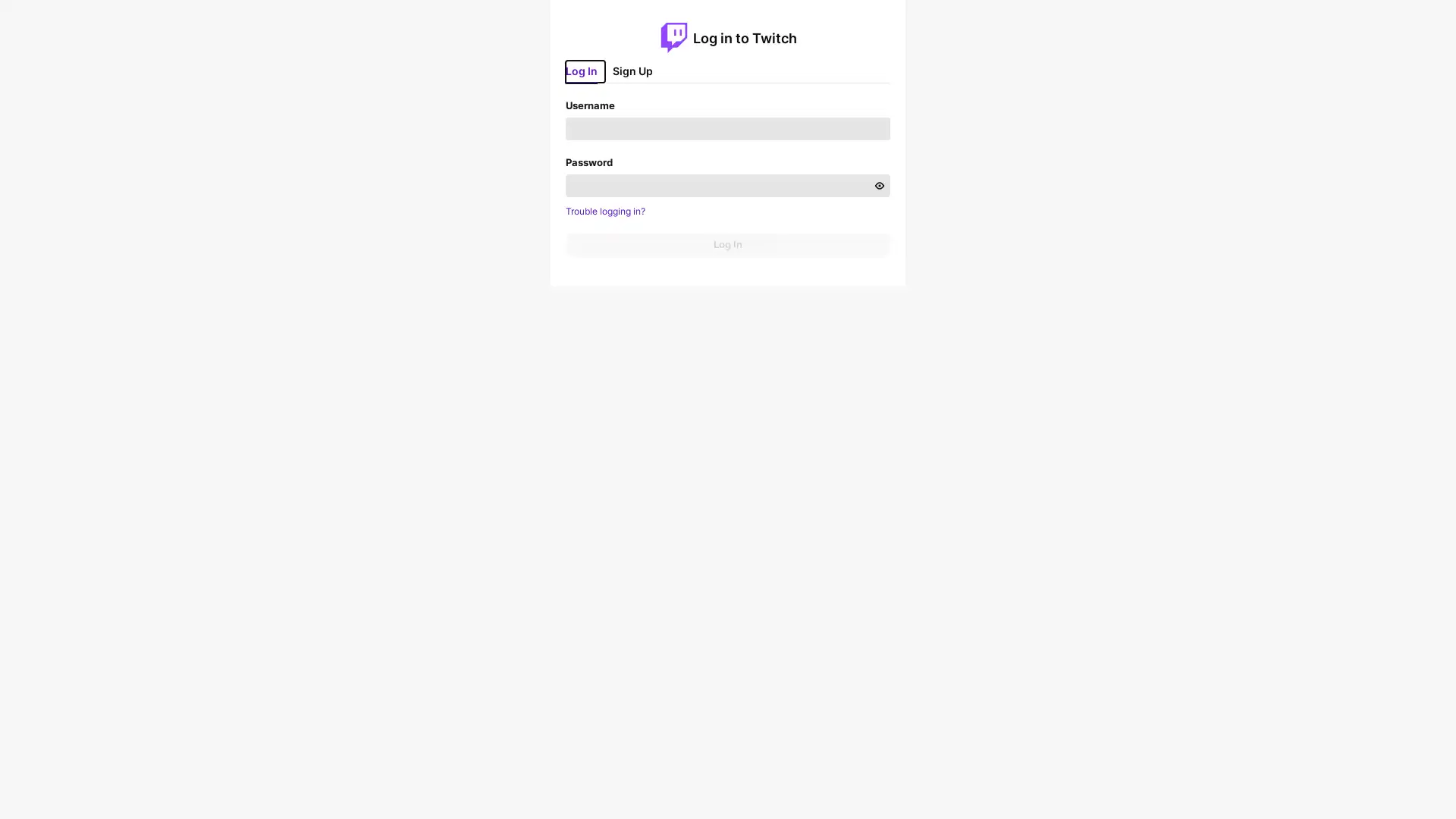  What do you see at coordinates (728, 243) in the screenshot?
I see `Log In` at bounding box center [728, 243].